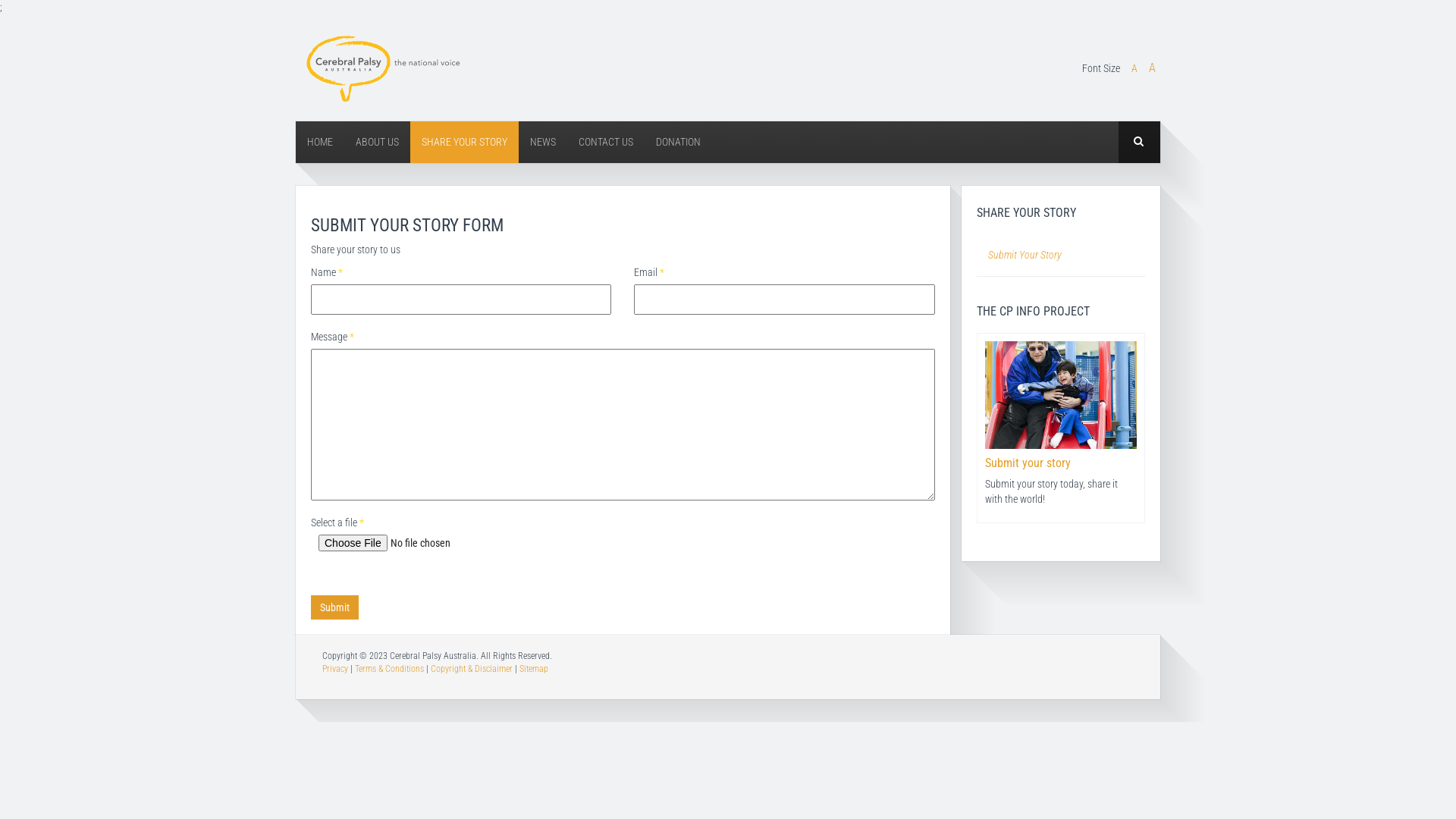 The image size is (1456, 819). What do you see at coordinates (1134, 67) in the screenshot?
I see `'A'` at bounding box center [1134, 67].